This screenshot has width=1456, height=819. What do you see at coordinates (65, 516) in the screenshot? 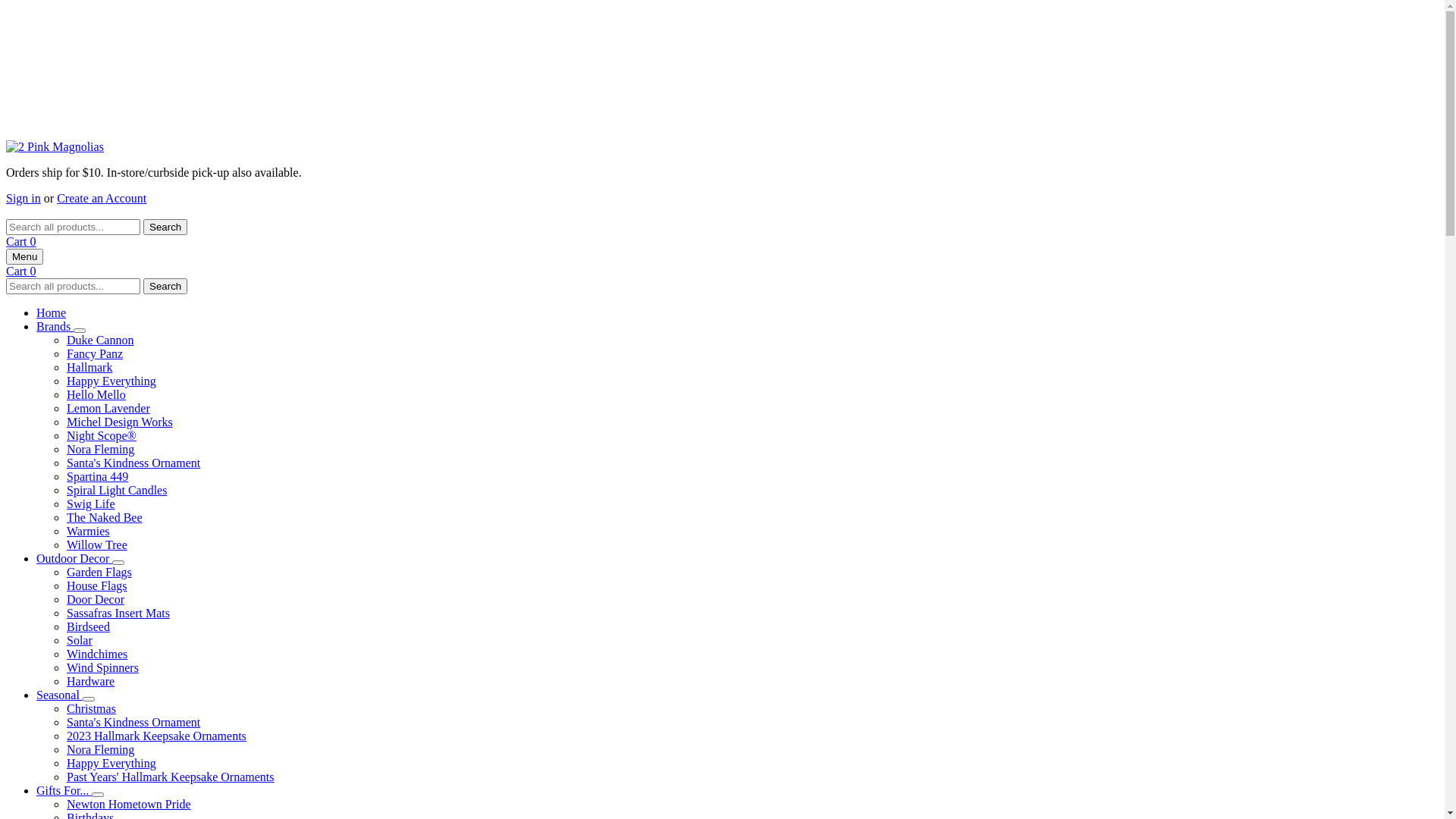
I see `'The Naked Bee'` at bounding box center [65, 516].